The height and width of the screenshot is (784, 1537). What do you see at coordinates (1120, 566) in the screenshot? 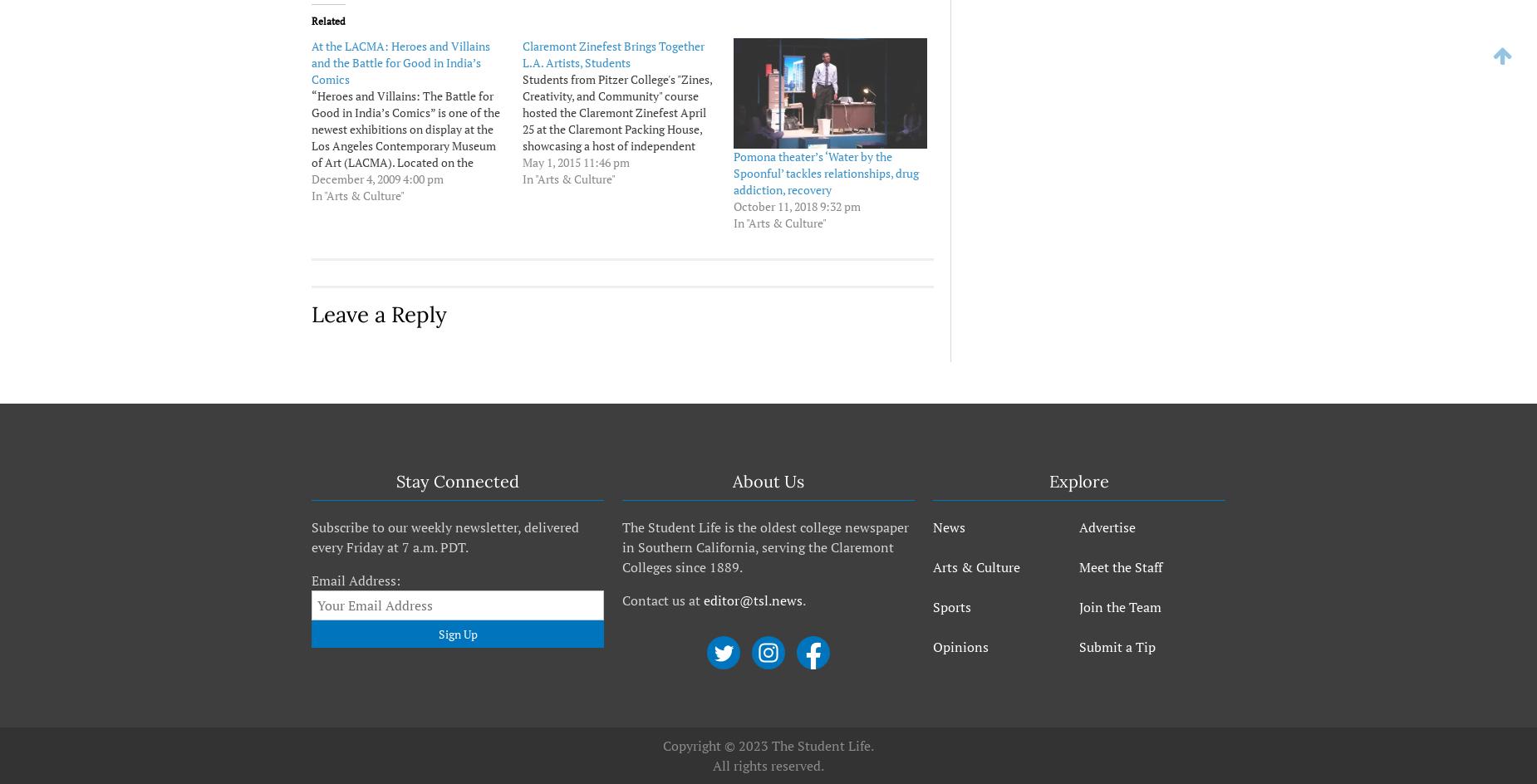
I see `'Meet the Staff'` at bounding box center [1120, 566].